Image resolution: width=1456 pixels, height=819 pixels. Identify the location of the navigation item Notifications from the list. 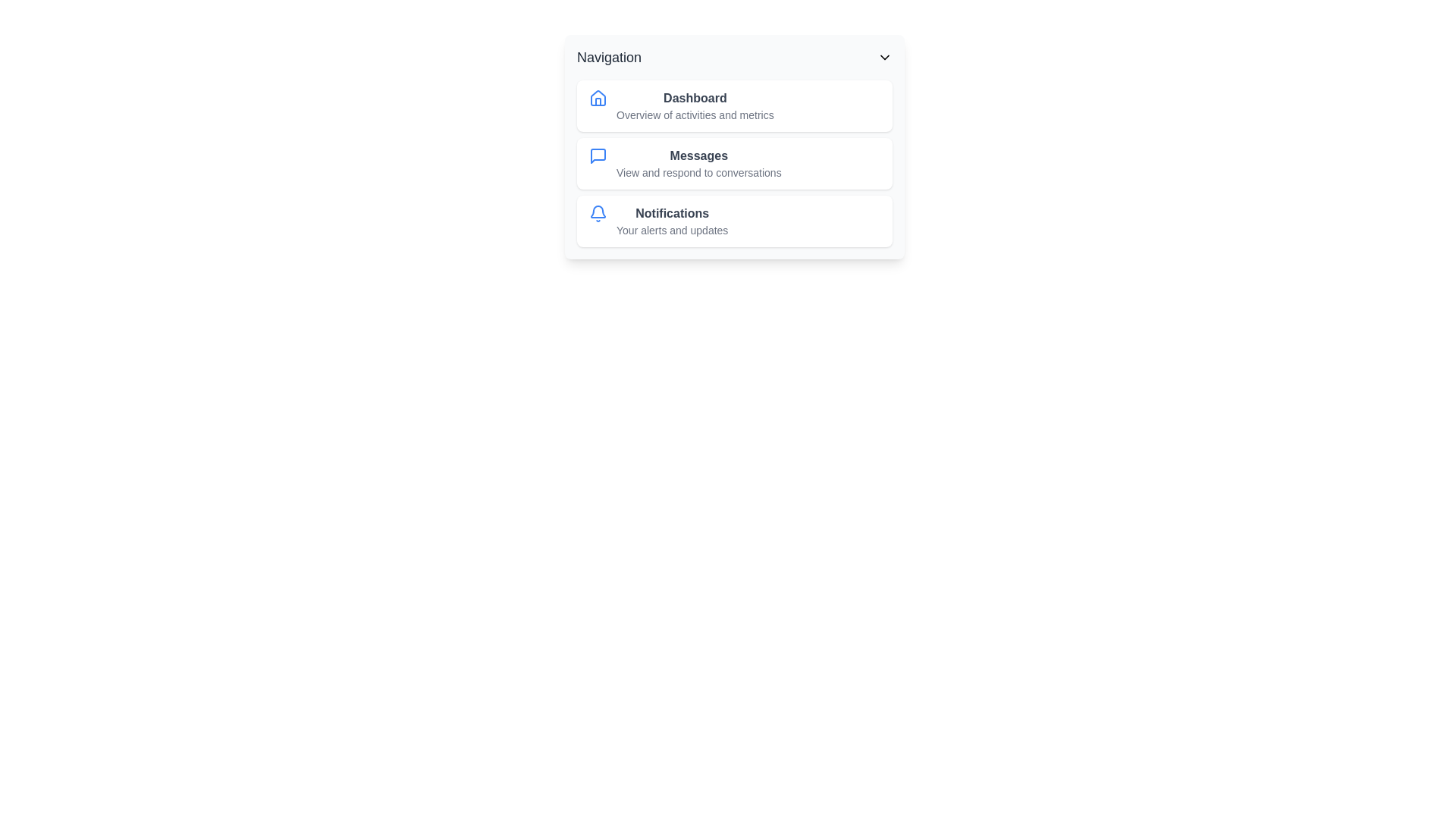
(735, 221).